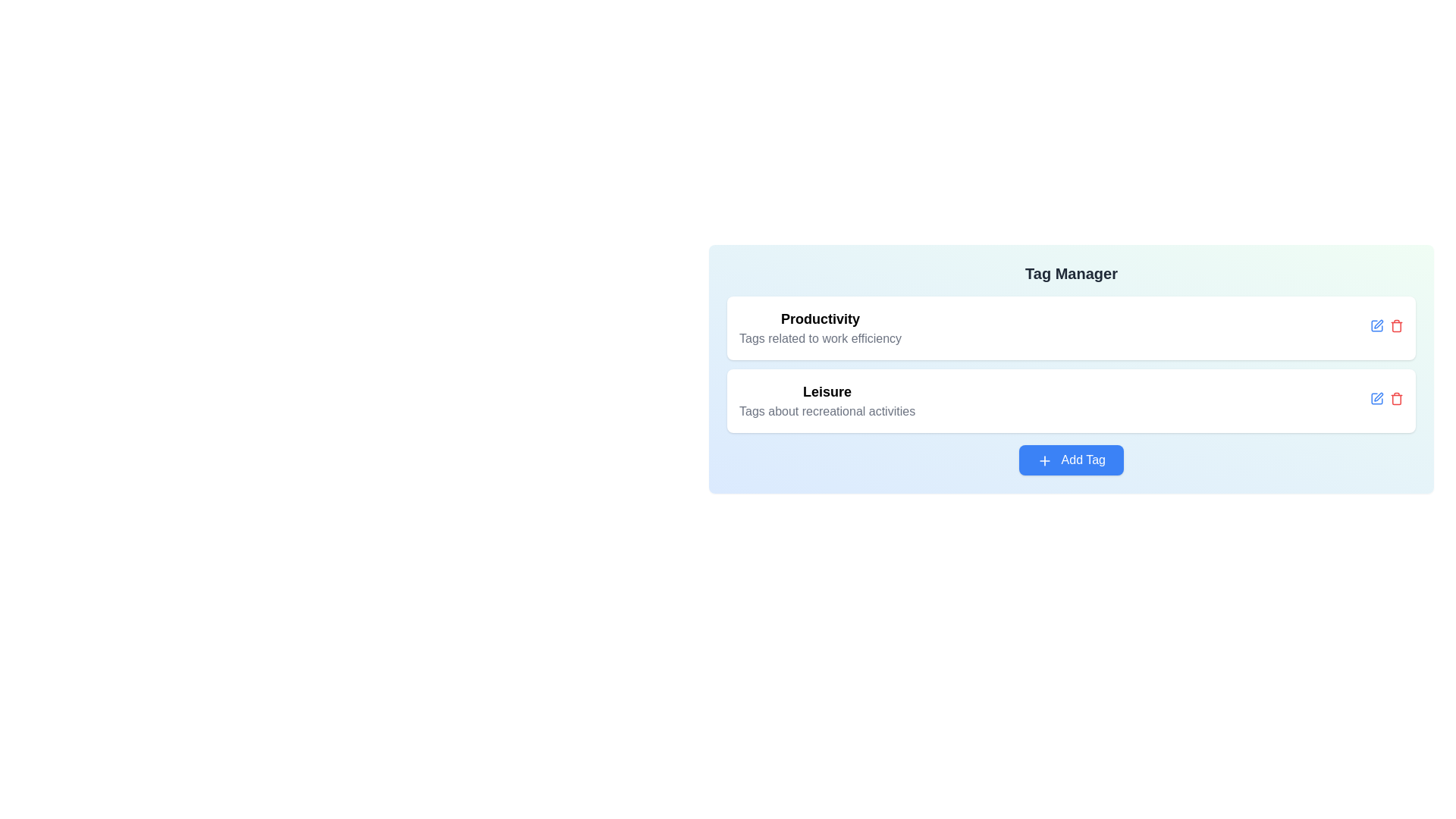 This screenshot has width=1456, height=819. Describe the element at coordinates (1070, 459) in the screenshot. I see `the 'Add Tag' button located at the bottom center of the 'Tag Manager' section, directly below the 'Productivity' and 'Leisure' tag categories` at that location.